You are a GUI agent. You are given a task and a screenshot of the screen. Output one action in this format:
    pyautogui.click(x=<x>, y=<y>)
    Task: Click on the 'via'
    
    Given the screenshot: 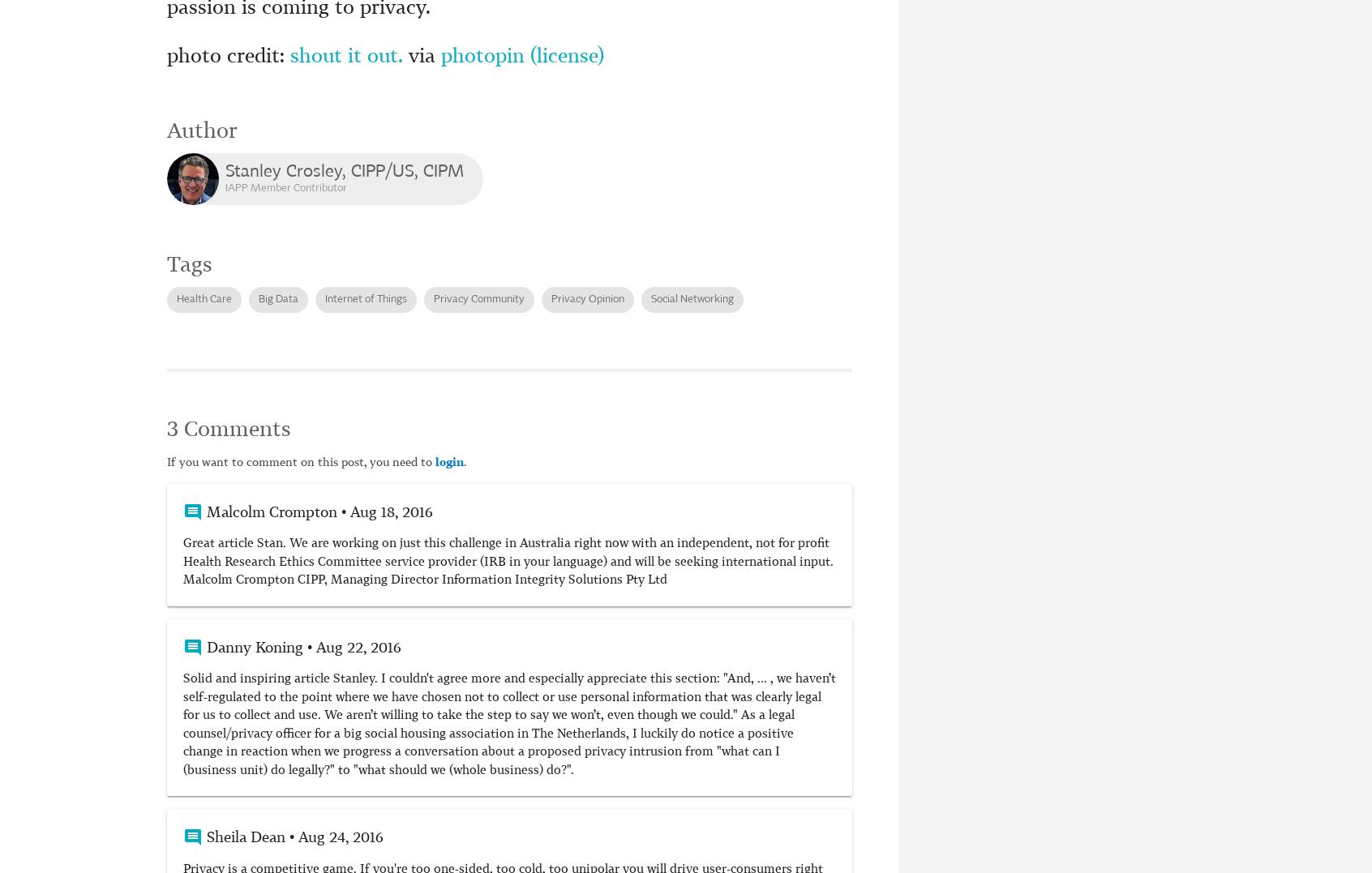 What is the action you would take?
    pyautogui.click(x=422, y=57)
    